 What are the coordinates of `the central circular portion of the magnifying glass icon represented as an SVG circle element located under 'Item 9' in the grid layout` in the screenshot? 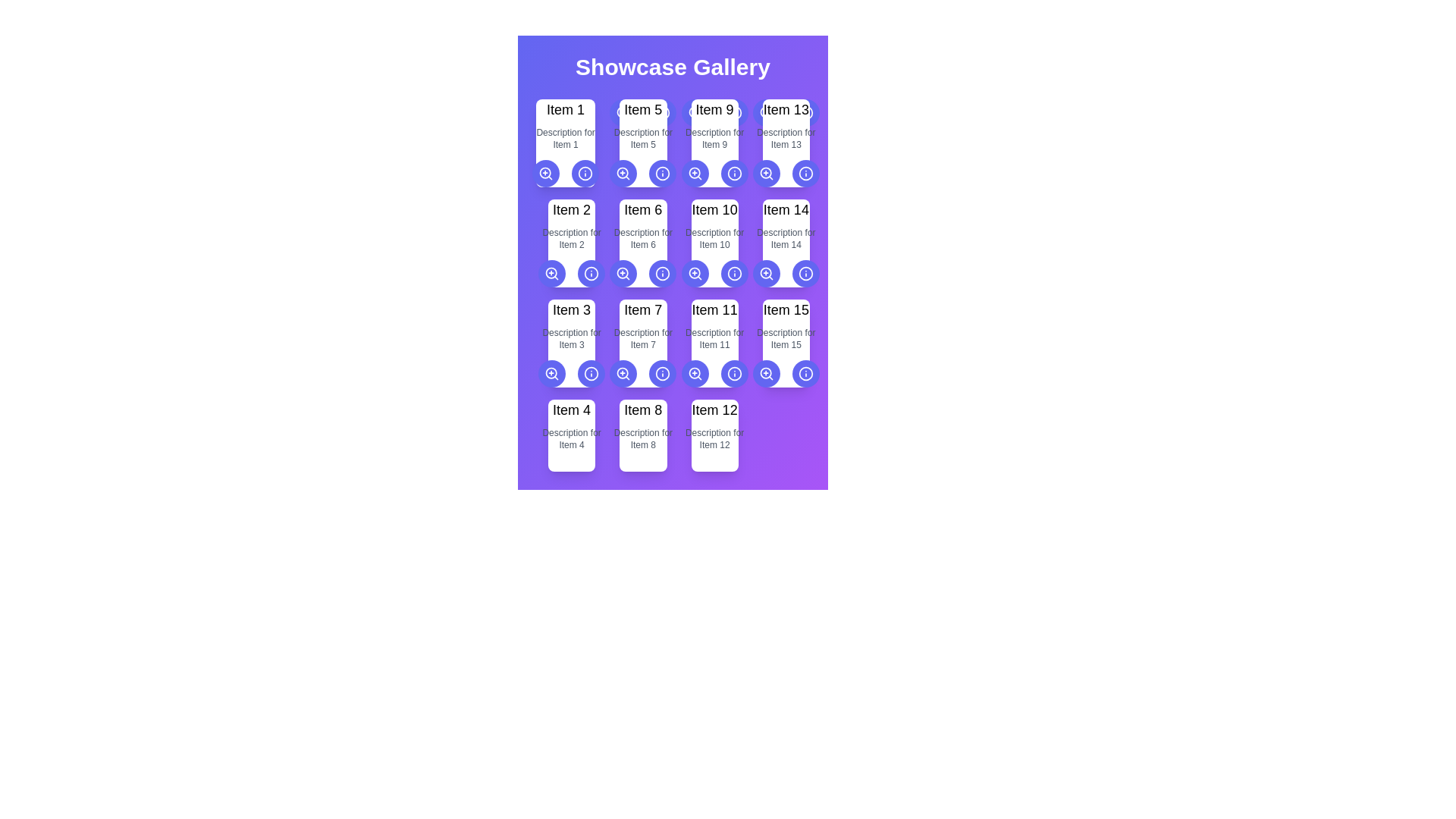 It's located at (693, 111).